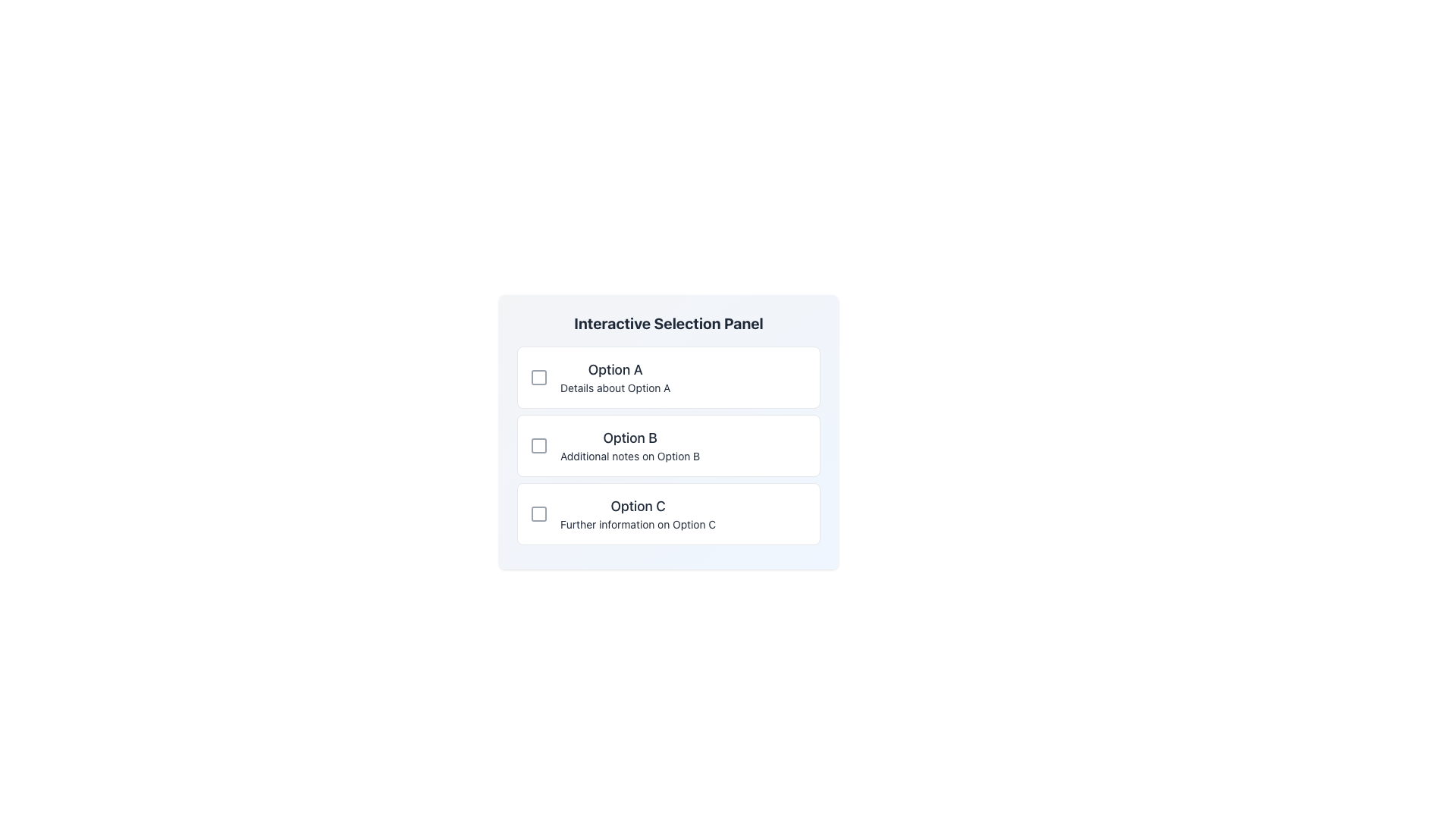  What do you see at coordinates (615, 376) in the screenshot?
I see `the first option labeled 'Option A' in the interactive selection panel` at bounding box center [615, 376].